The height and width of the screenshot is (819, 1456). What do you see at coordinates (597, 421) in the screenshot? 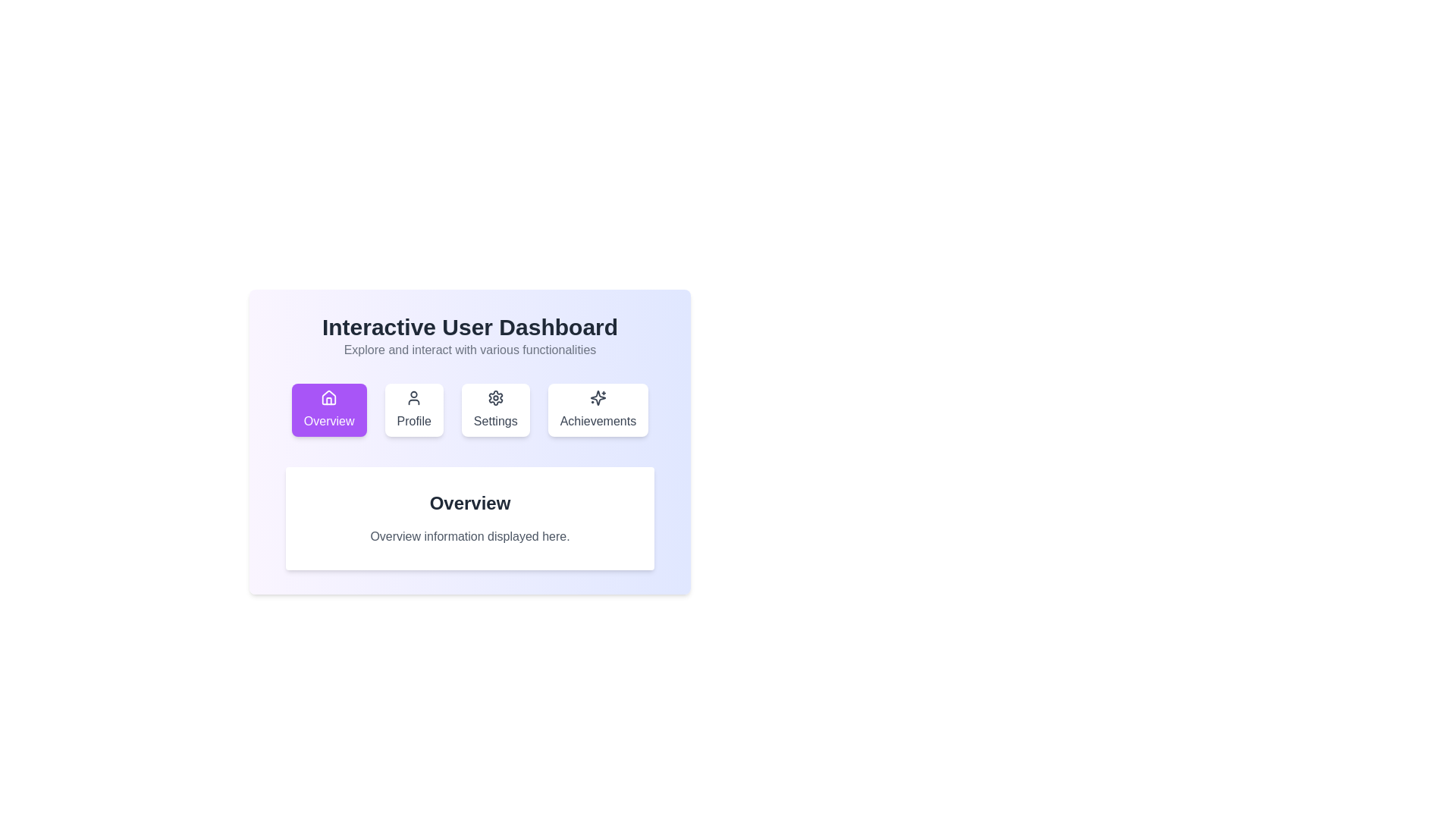
I see `the 'Achievements' button, which is the fourth button from the left in a row of four buttons labeled 'Overview,' 'Profile,' 'Settings,' and 'Achievements.' This button is identified by its text label indicating navigation to the 'Achievements' section` at bounding box center [597, 421].